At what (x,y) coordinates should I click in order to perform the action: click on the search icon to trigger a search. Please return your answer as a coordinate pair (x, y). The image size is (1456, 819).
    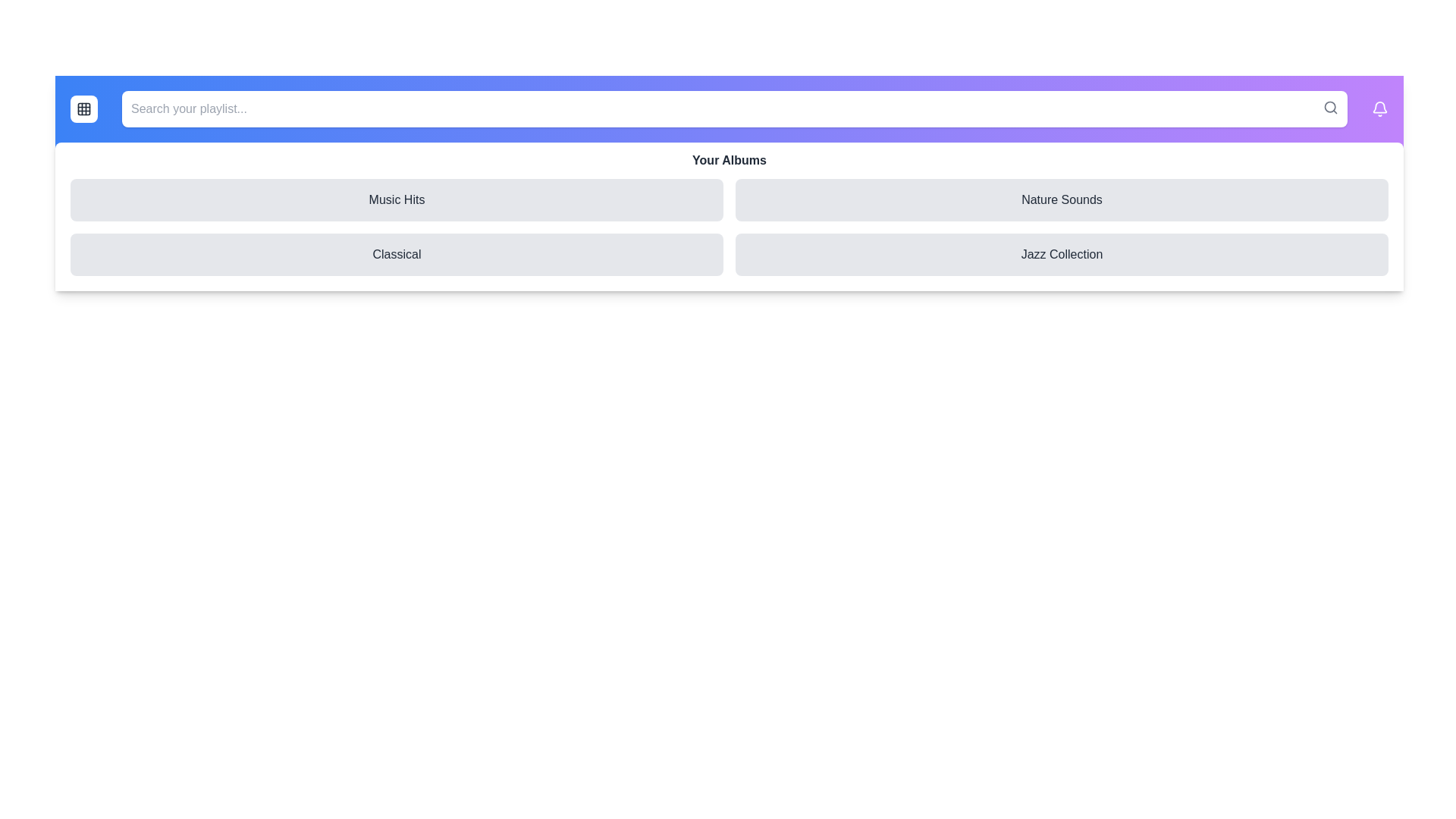
    Looking at the image, I should click on (1330, 107).